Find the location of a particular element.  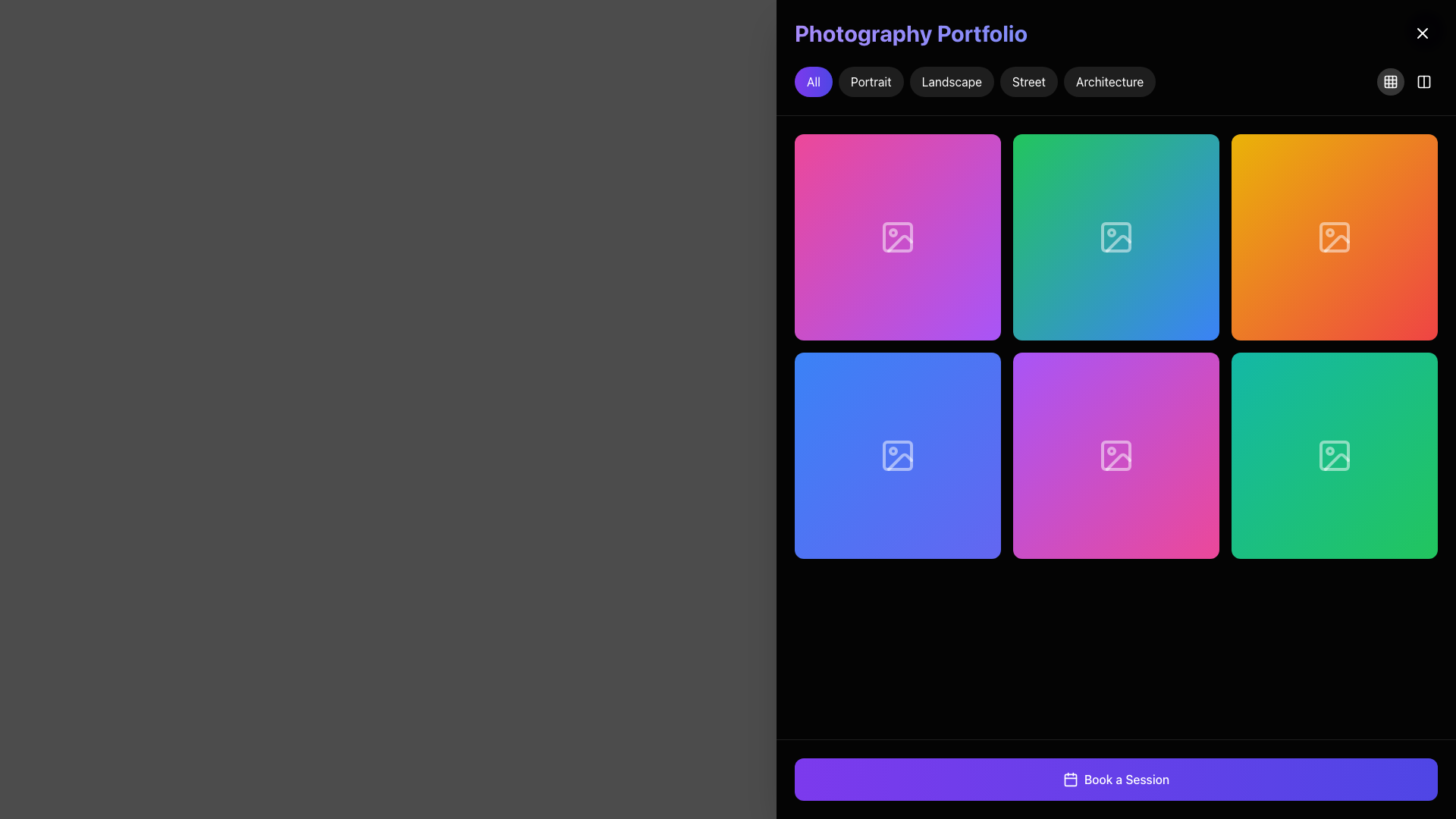

the Placeholder icon located in the top-left square of a grid tile, which represents an image placeholder for potential content is located at coordinates (898, 237).